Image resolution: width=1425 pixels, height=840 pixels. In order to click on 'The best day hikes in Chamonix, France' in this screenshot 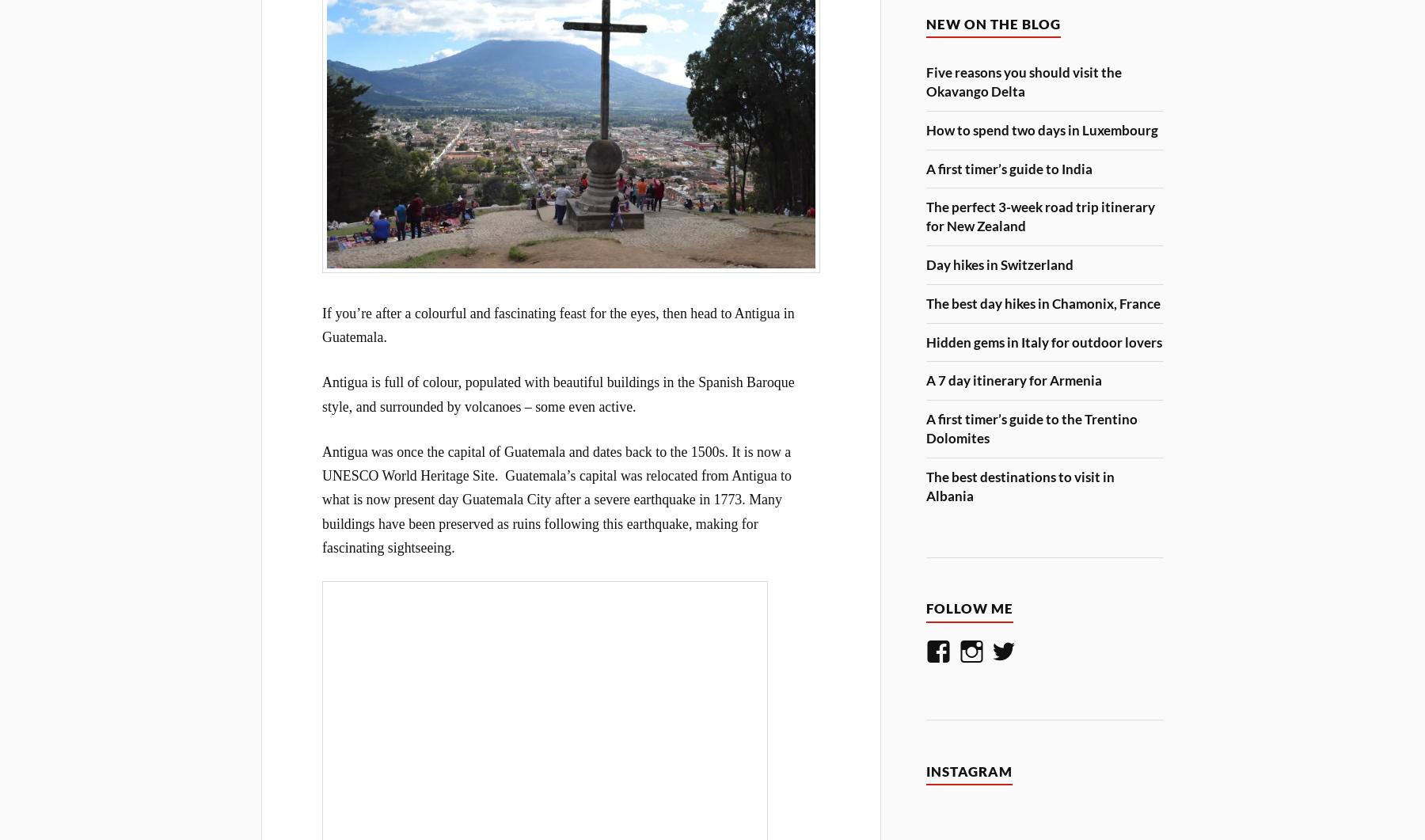, I will do `click(1043, 302)`.